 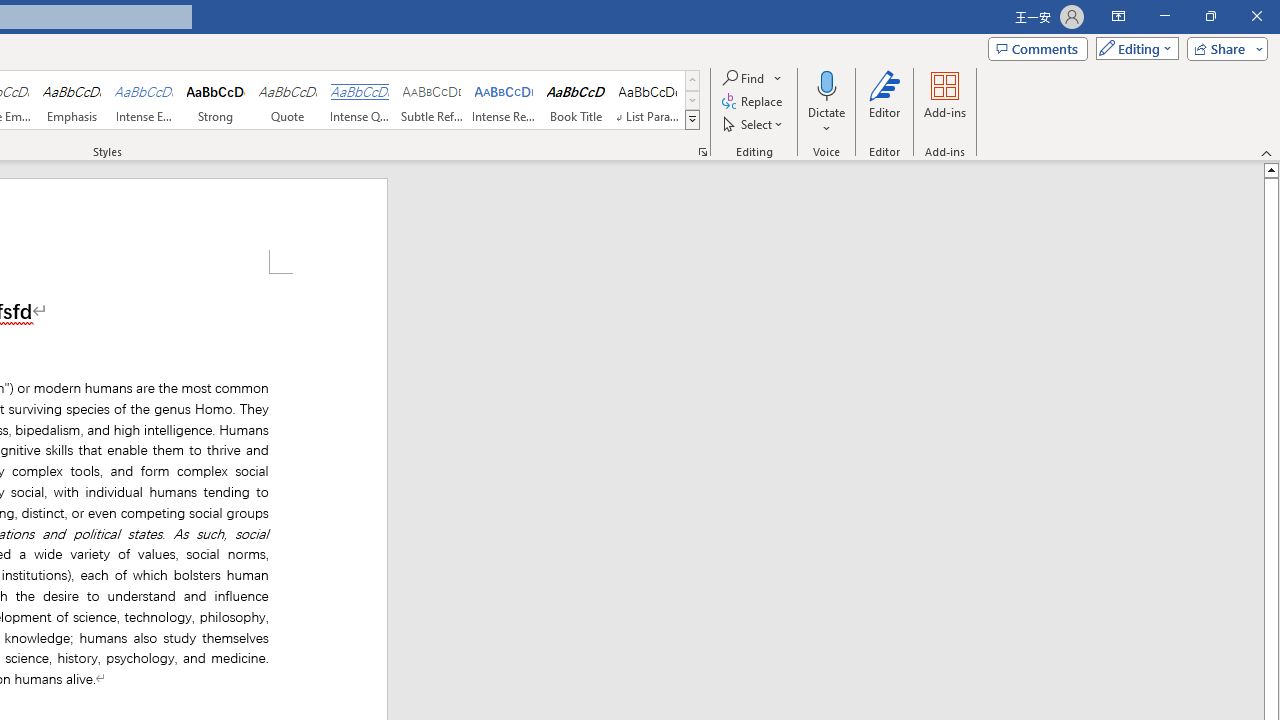 What do you see at coordinates (1133, 47) in the screenshot?
I see `'Mode'` at bounding box center [1133, 47].